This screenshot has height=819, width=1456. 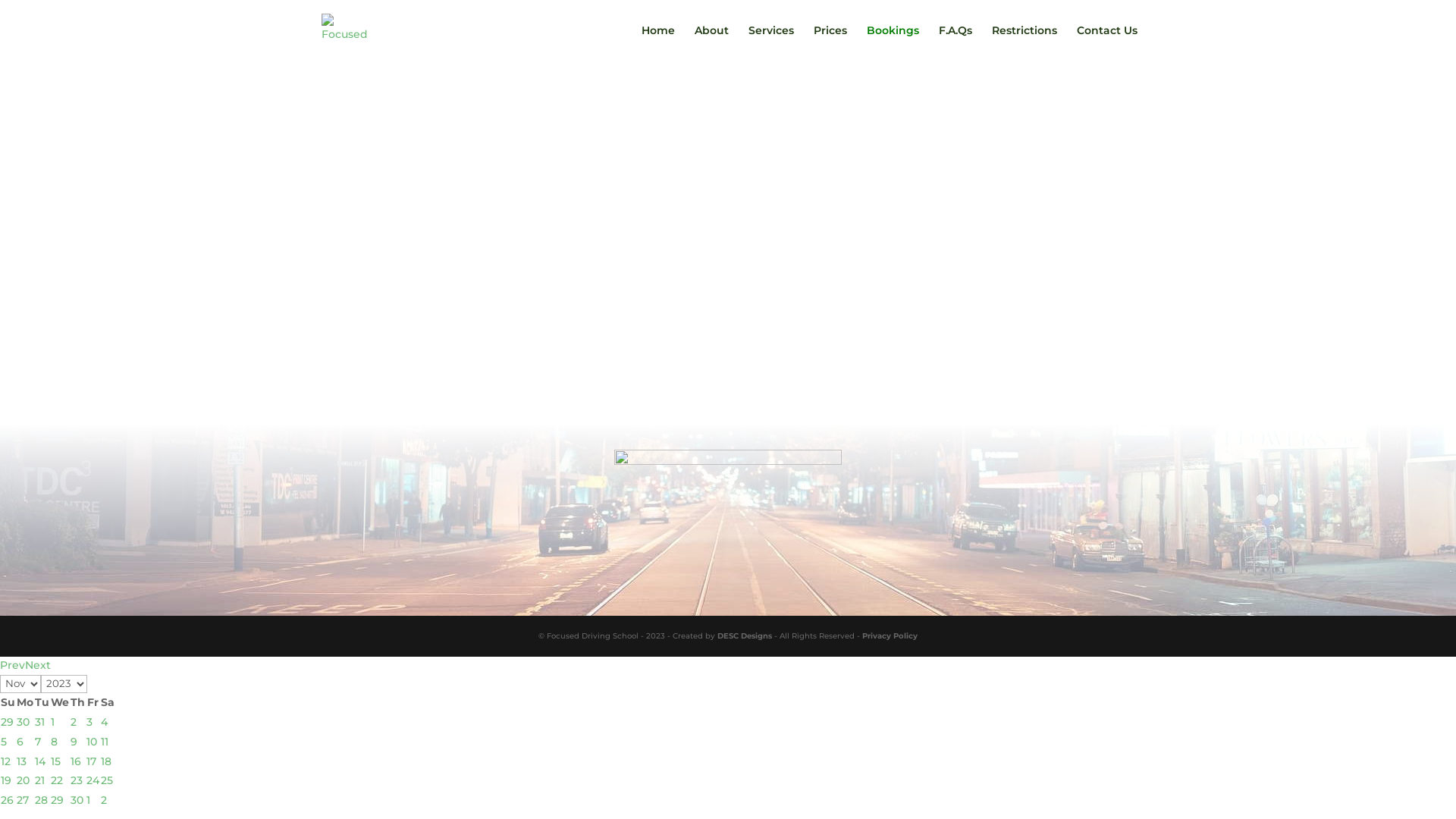 I want to click on 'Next', so click(x=37, y=664).